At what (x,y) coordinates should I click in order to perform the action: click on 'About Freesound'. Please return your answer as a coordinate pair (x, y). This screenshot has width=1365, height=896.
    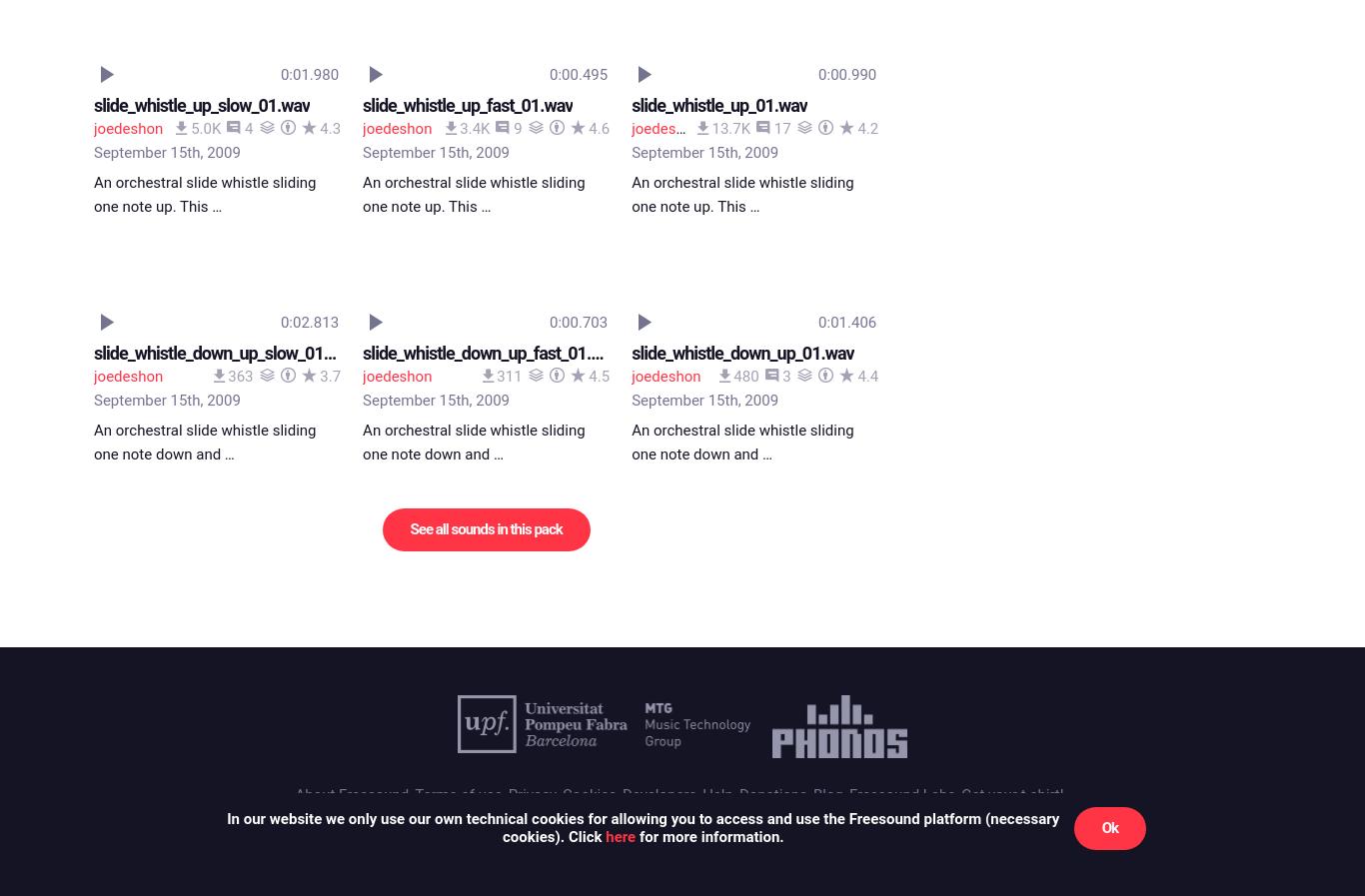
    Looking at the image, I should click on (351, 32).